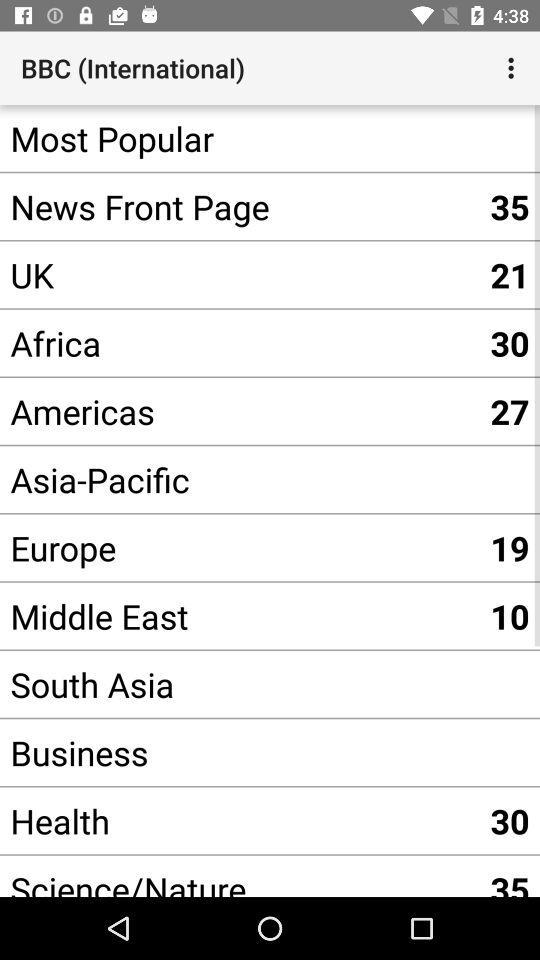 The height and width of the screenshot is (960, 540). What do you see at coordinates (509, 547) in the screenshot?
I see `item to the right of the asia-pacific icon` at bounding box center [509, 547].